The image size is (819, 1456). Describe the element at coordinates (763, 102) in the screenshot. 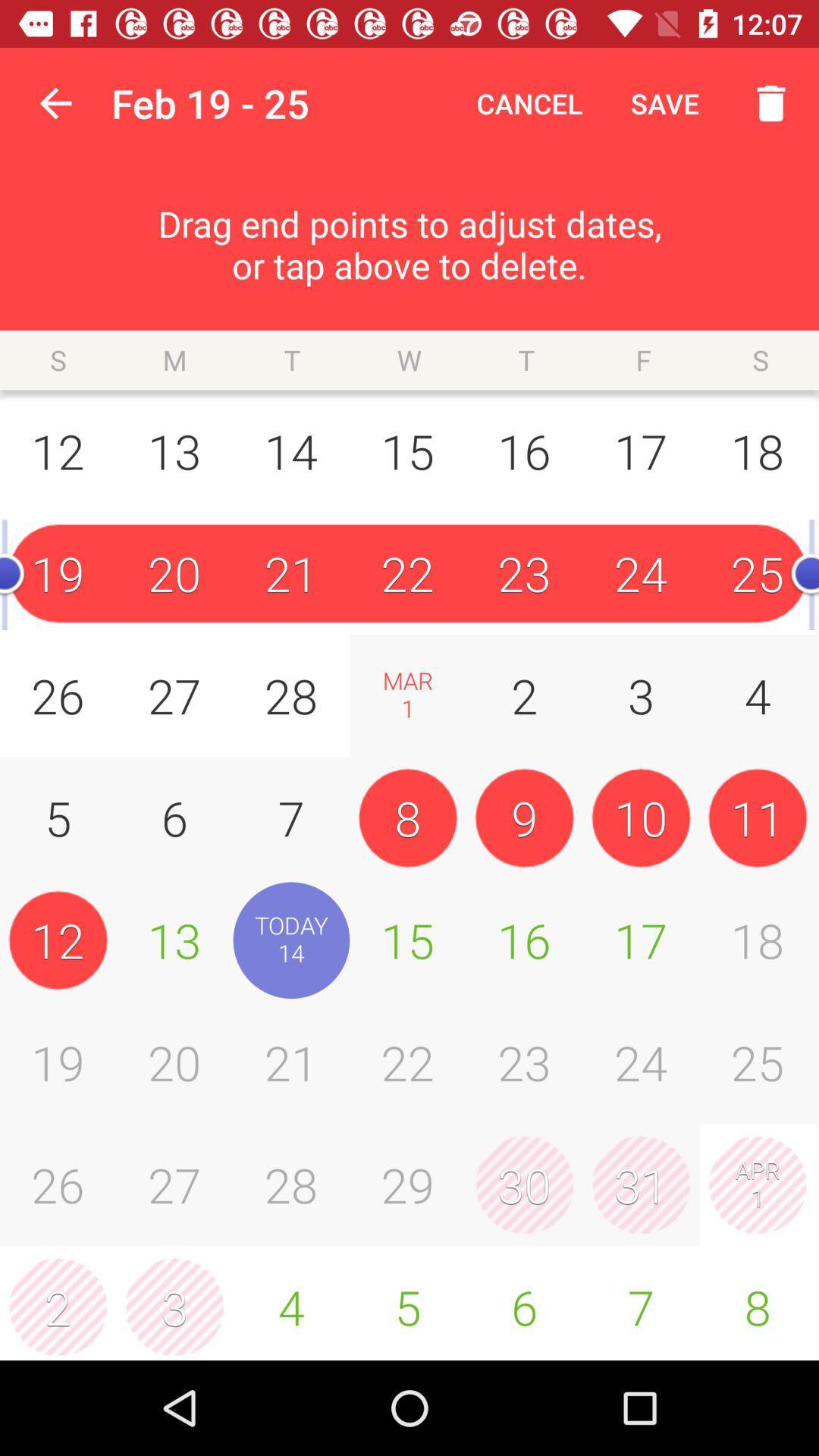

I see `delete selected` at that location.